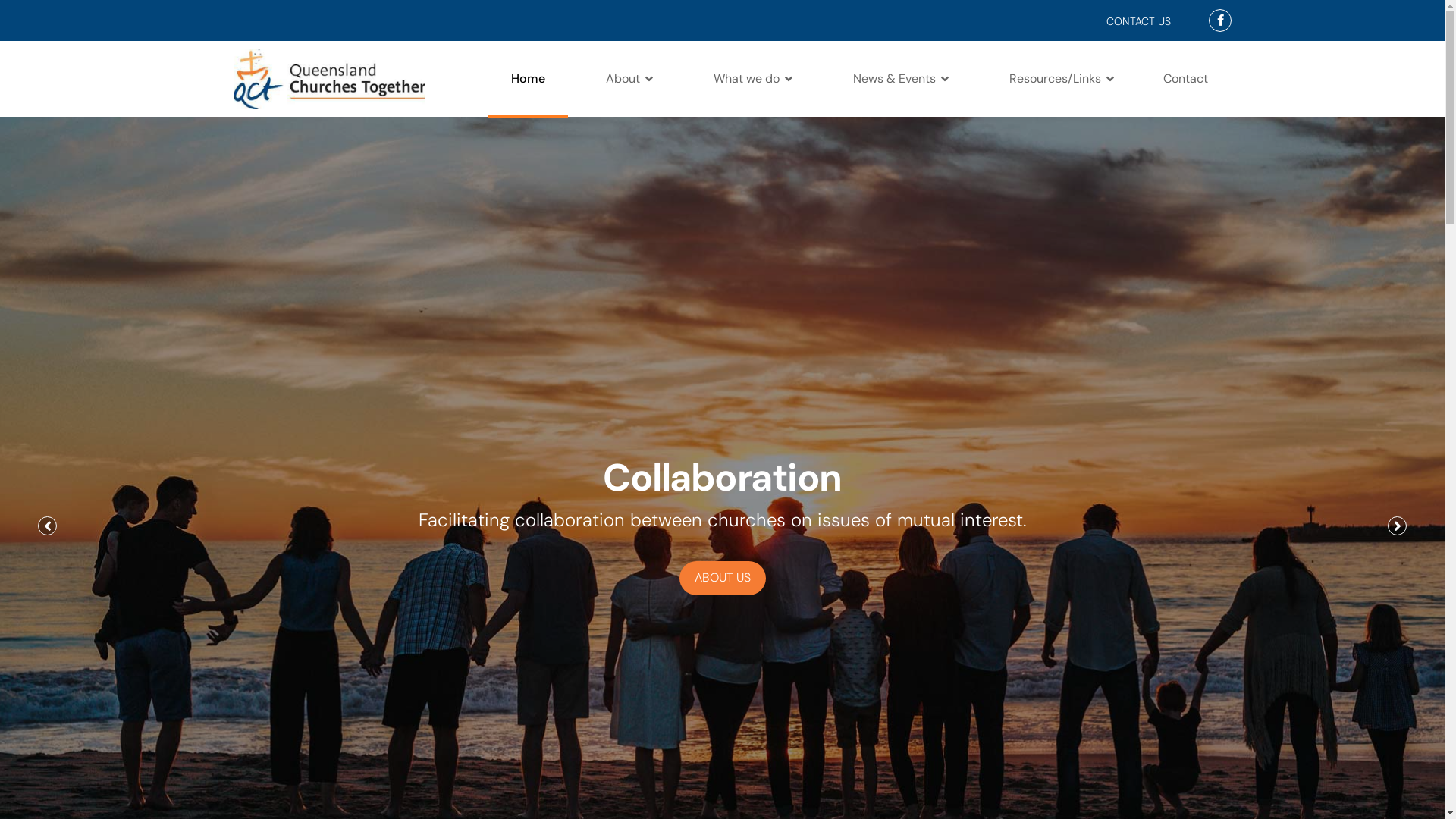  Describe the element at coordinates (722, 578) in the screenshot. I see `'ABOUT US'` at that location.